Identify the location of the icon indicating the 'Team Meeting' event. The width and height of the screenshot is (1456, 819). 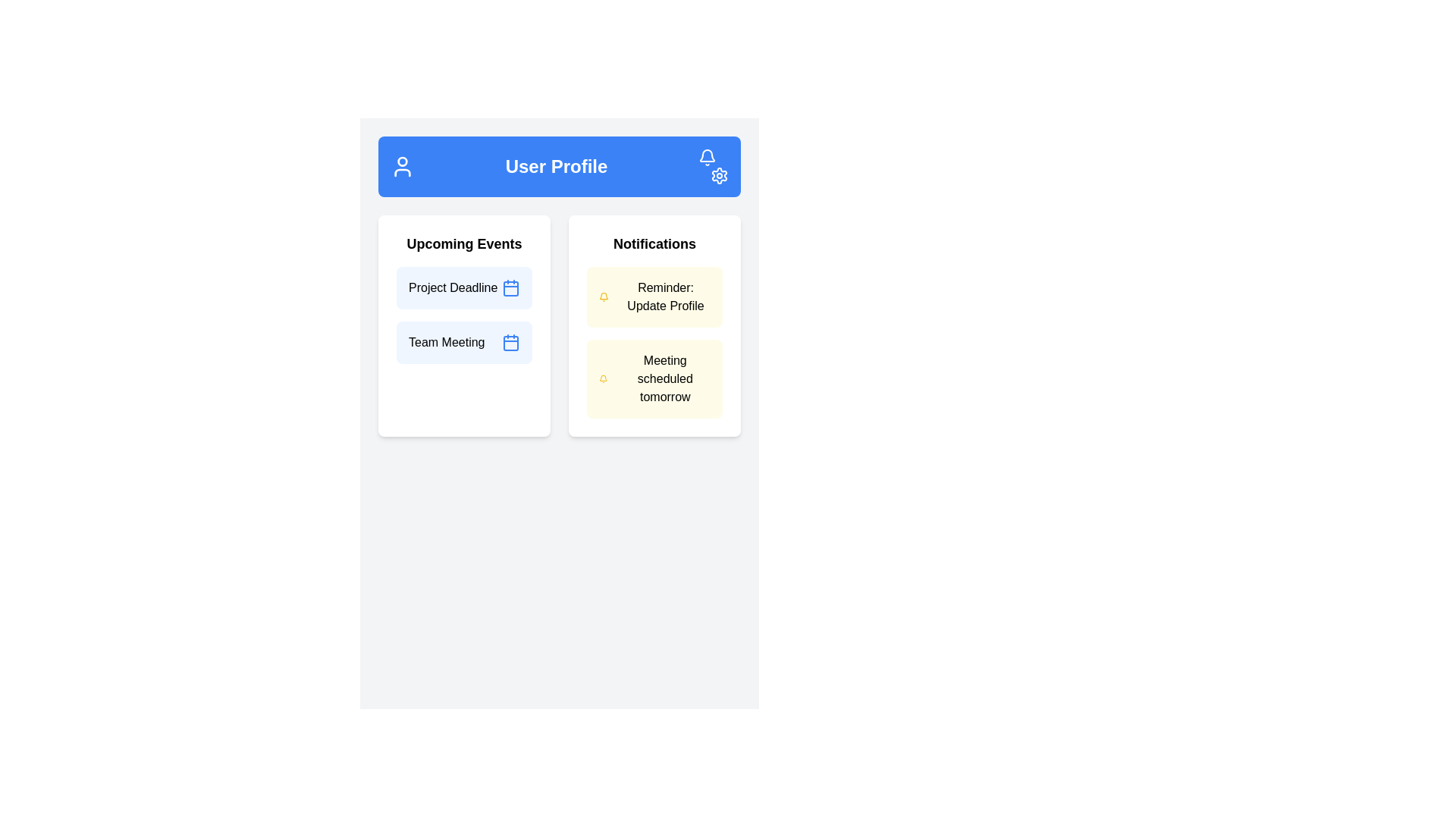
(510, 342).